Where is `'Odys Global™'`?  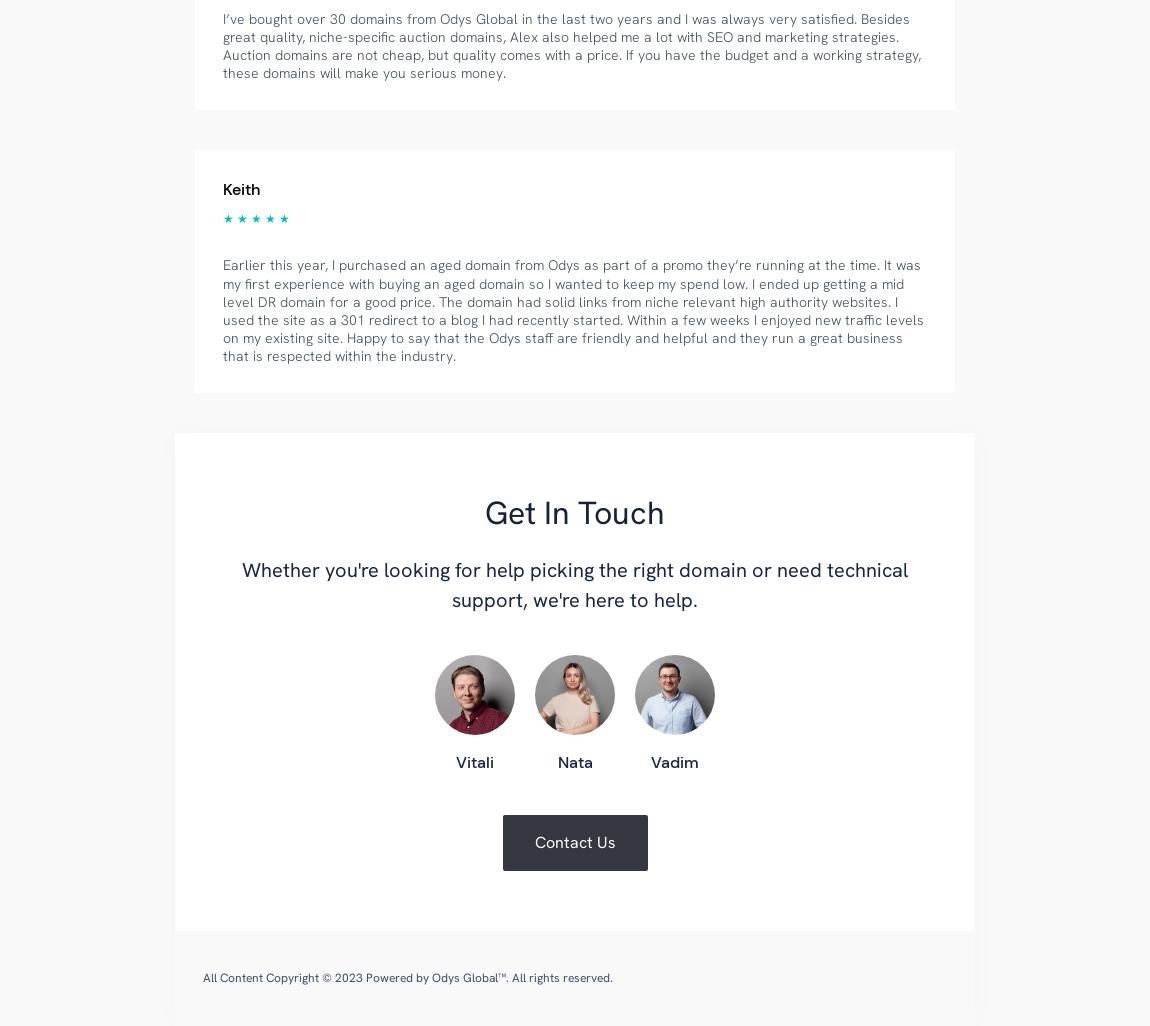
'Odys Global™' is located at coordinates (468, 976).